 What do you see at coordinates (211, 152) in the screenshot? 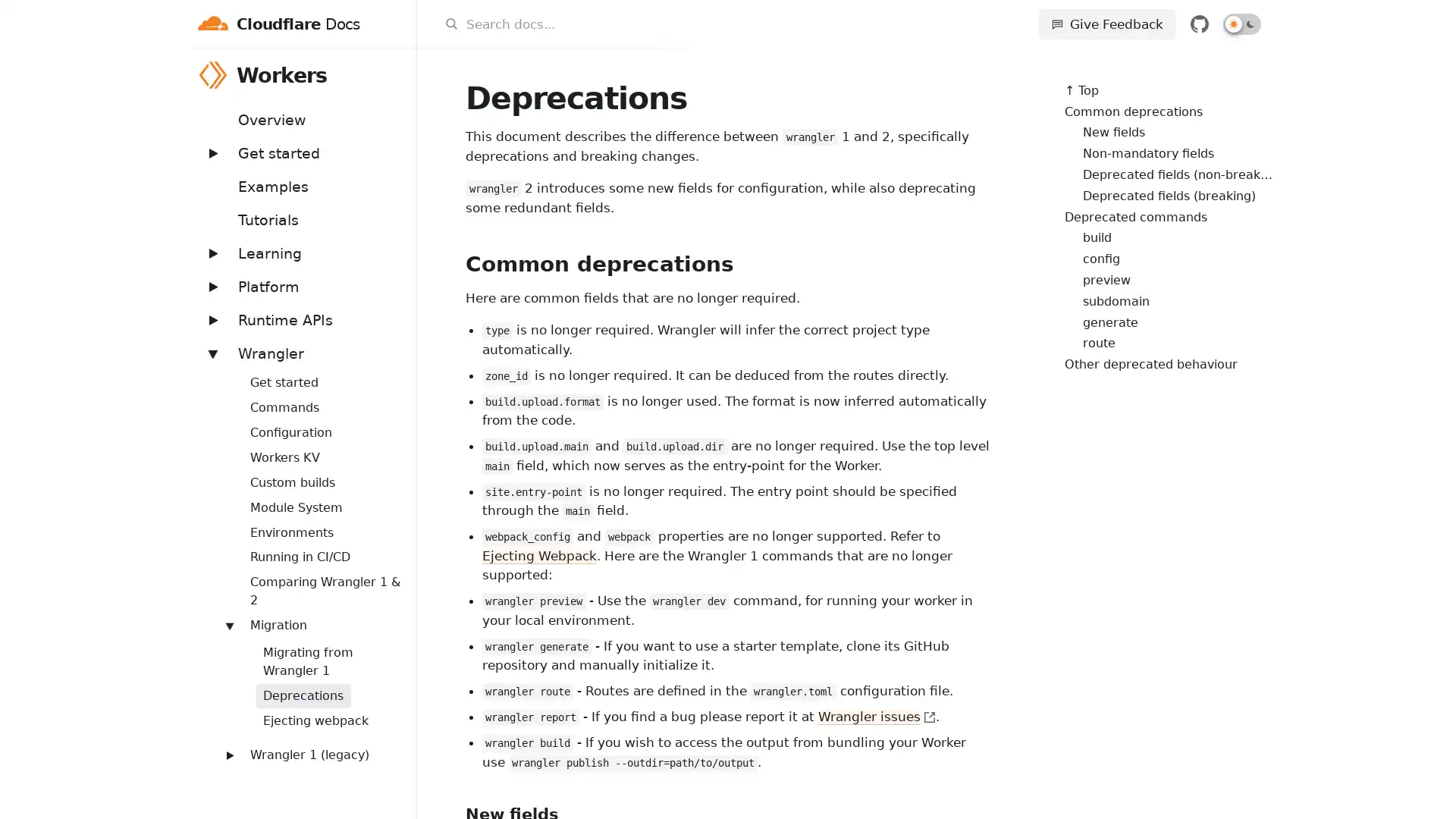
I see `Expand: Get started` at bounding box center [211, 152].